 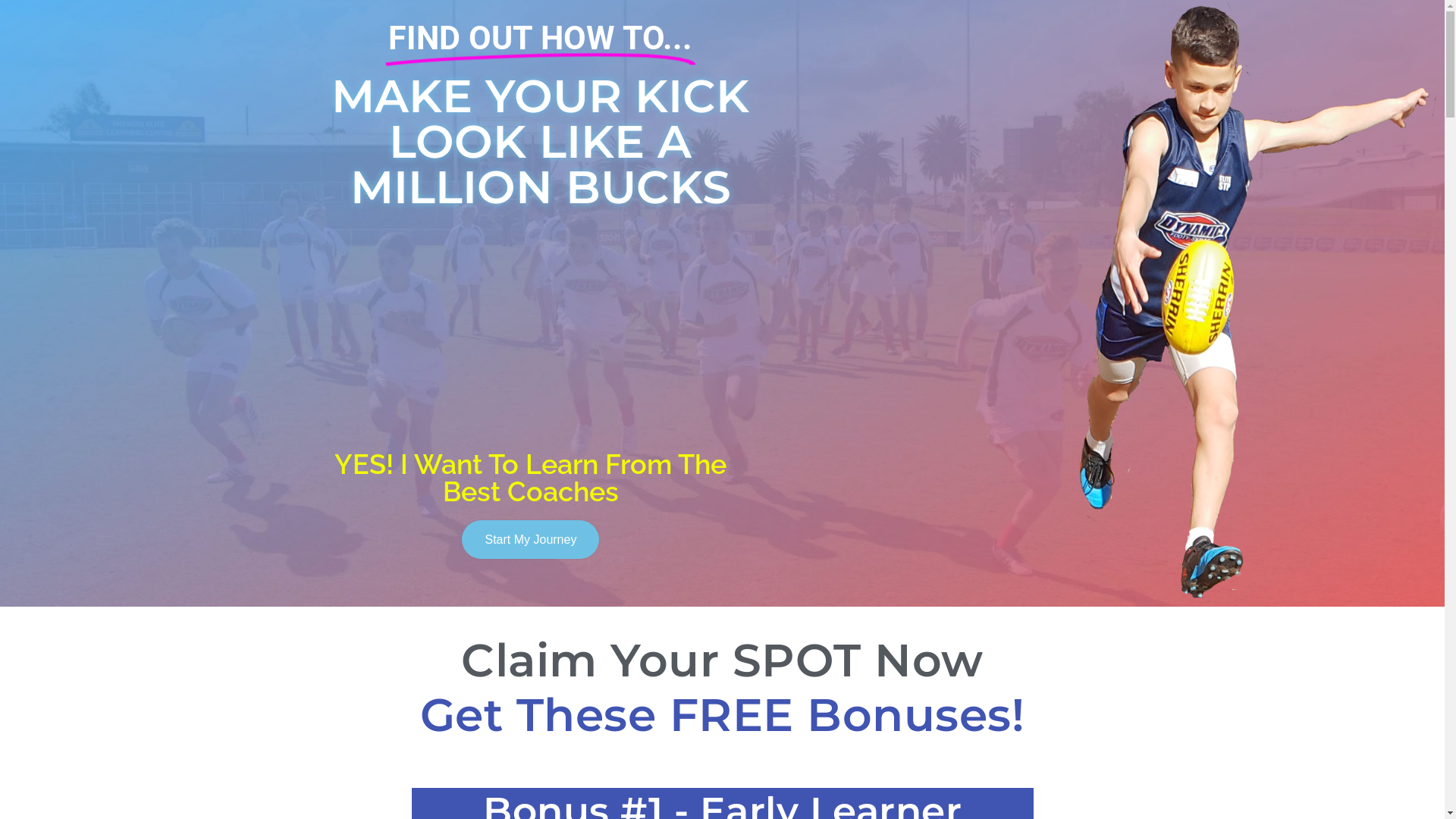 What do you see at coordinates (530, 538) in the screenshot?
I see `'Start My Journey'` at bounding box center [530, 538].